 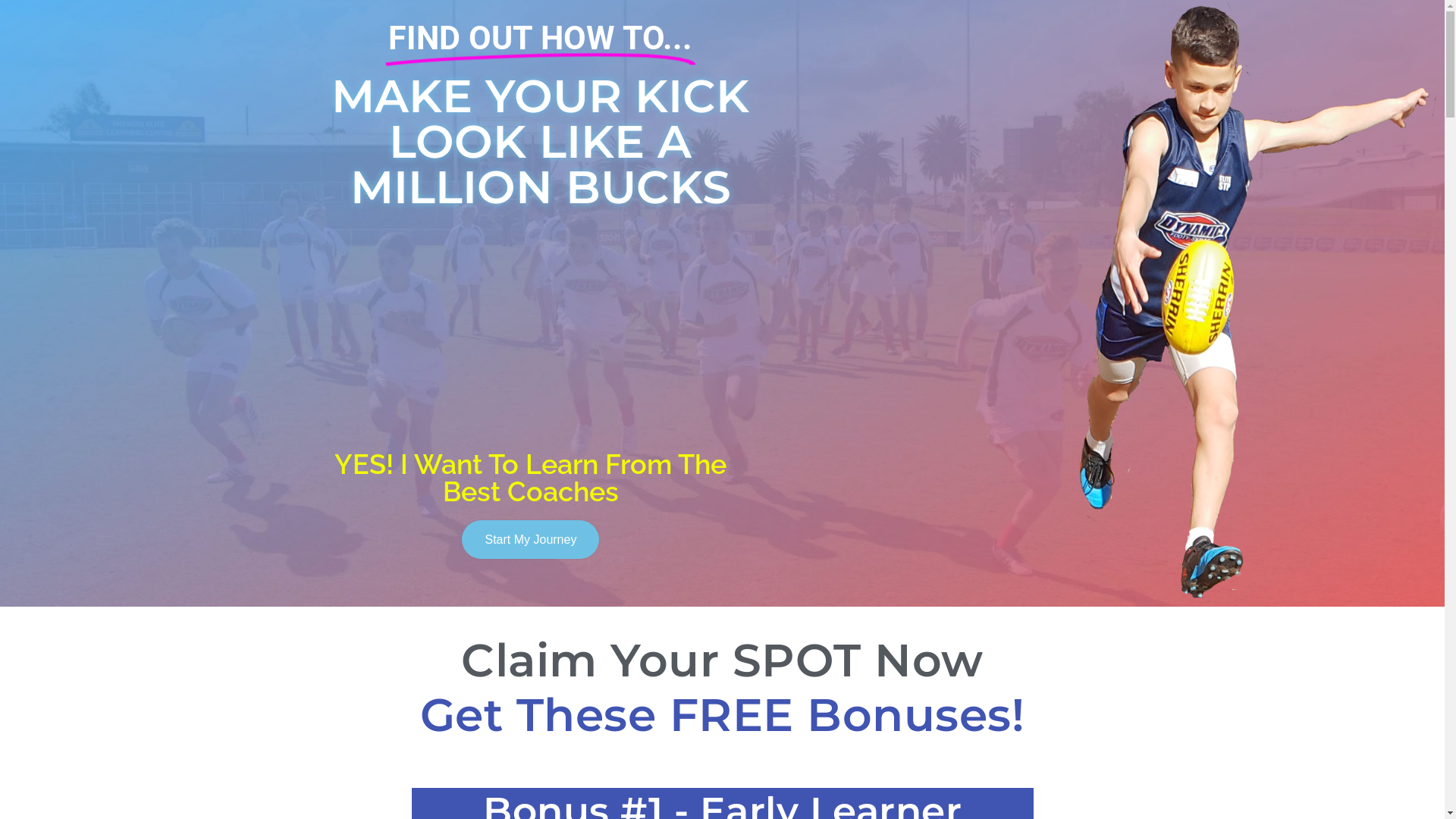 What do you see at coordinates (530, 538) in the screenshot?
I see `'Start My Journey'` at bounding box center [530, 538].